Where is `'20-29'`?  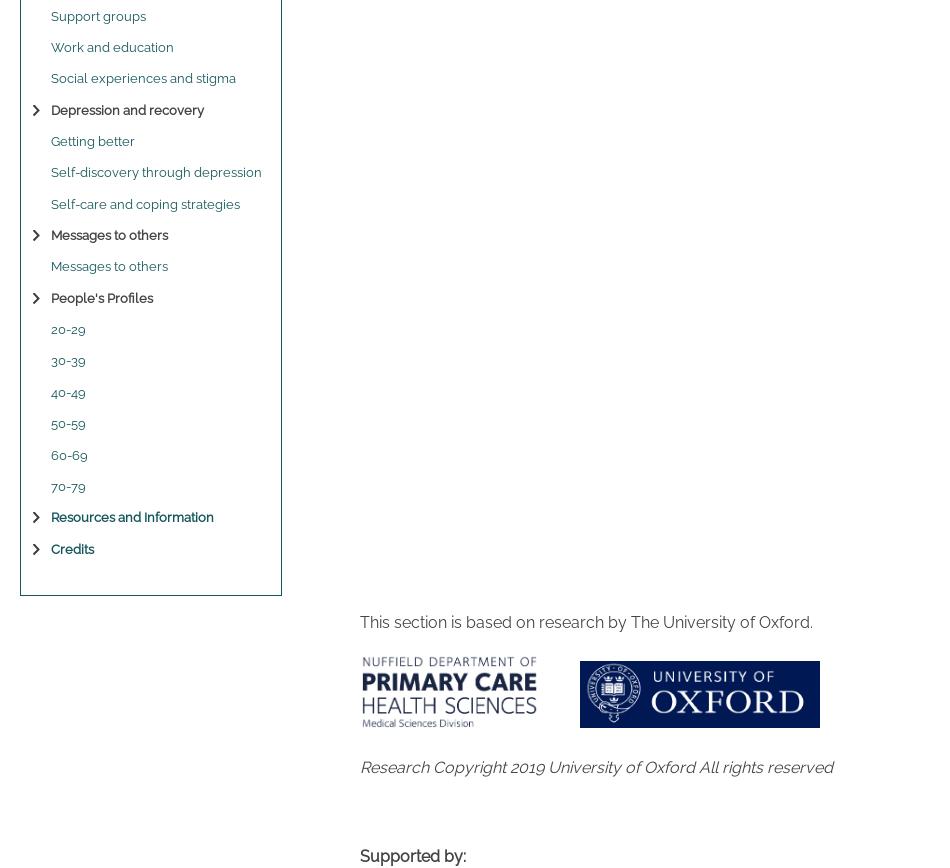 '20-29' is located at coordinates (51, 329).